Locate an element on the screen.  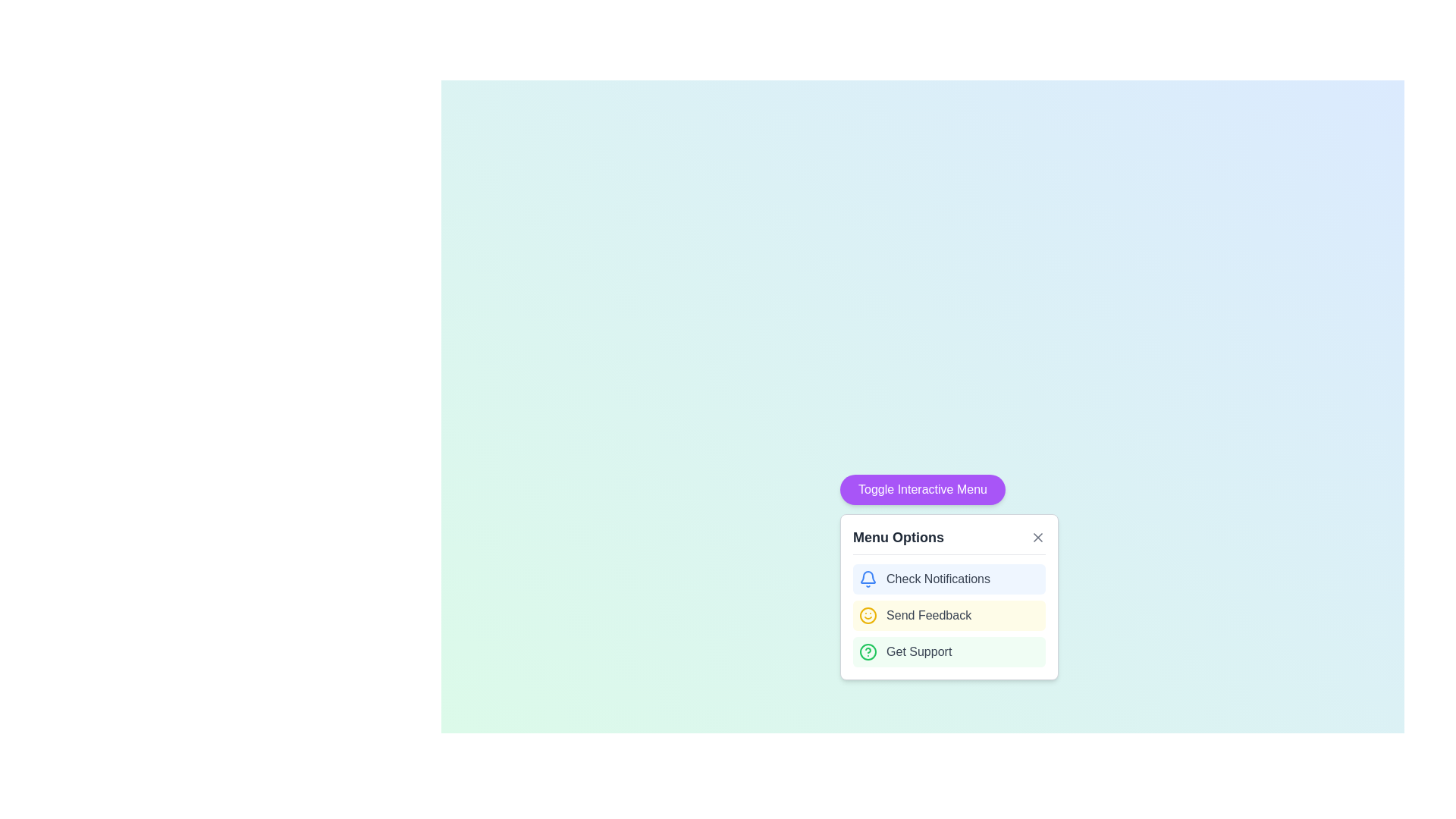
the feedback button located in the dropdown menu titled 'Menu Options', which is the second item below 'Check Notifications' and above 'Get Support' is located at coordinates (949, 596).